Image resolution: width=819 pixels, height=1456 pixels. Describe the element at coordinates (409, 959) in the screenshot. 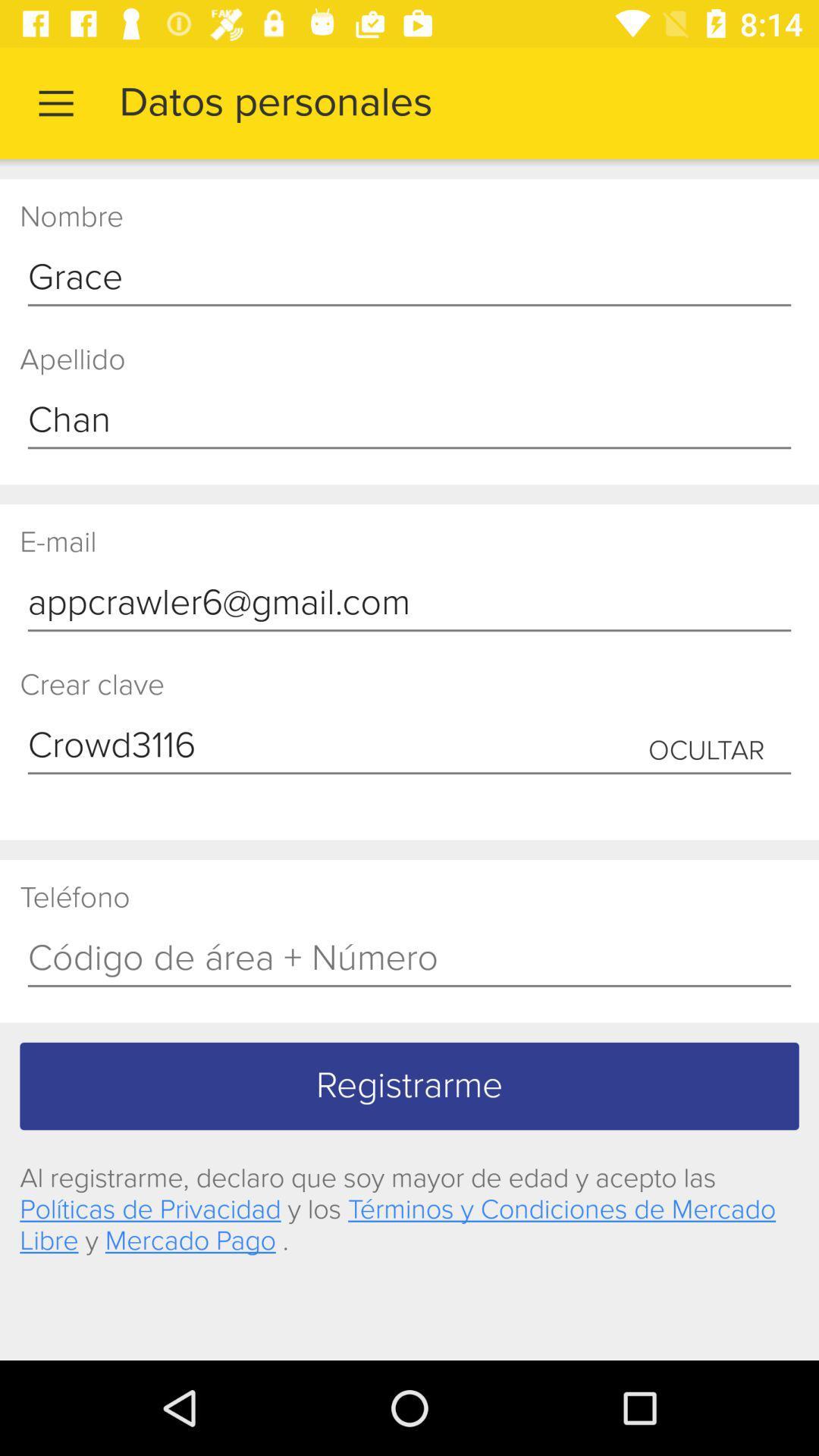

I see `telephone number` at that location.